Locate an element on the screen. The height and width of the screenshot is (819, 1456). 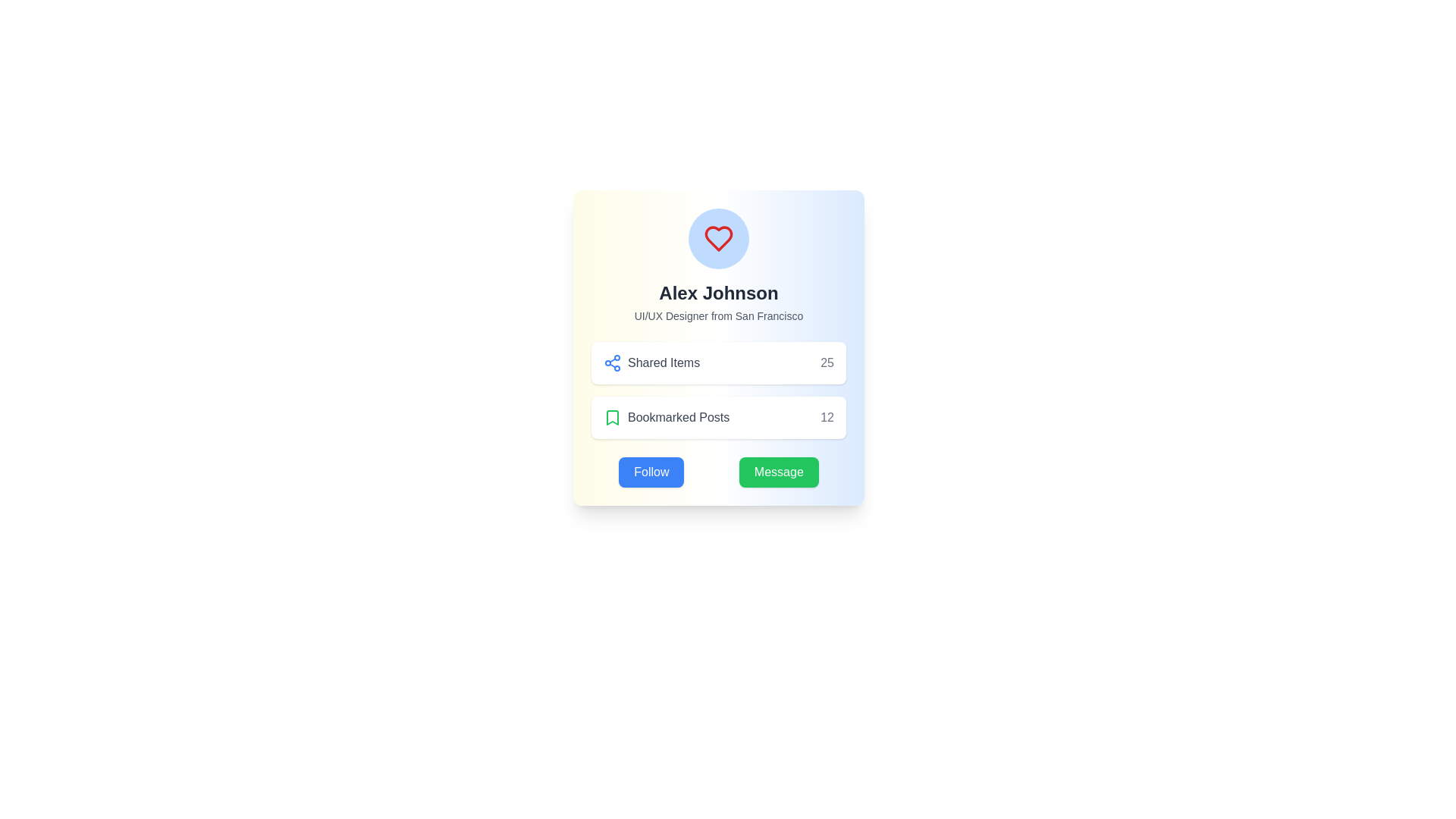
the 'Shared Items' text label, which is styled in gray and located next to a sharing icon and the number '25' is located at coordinates (664, 362).